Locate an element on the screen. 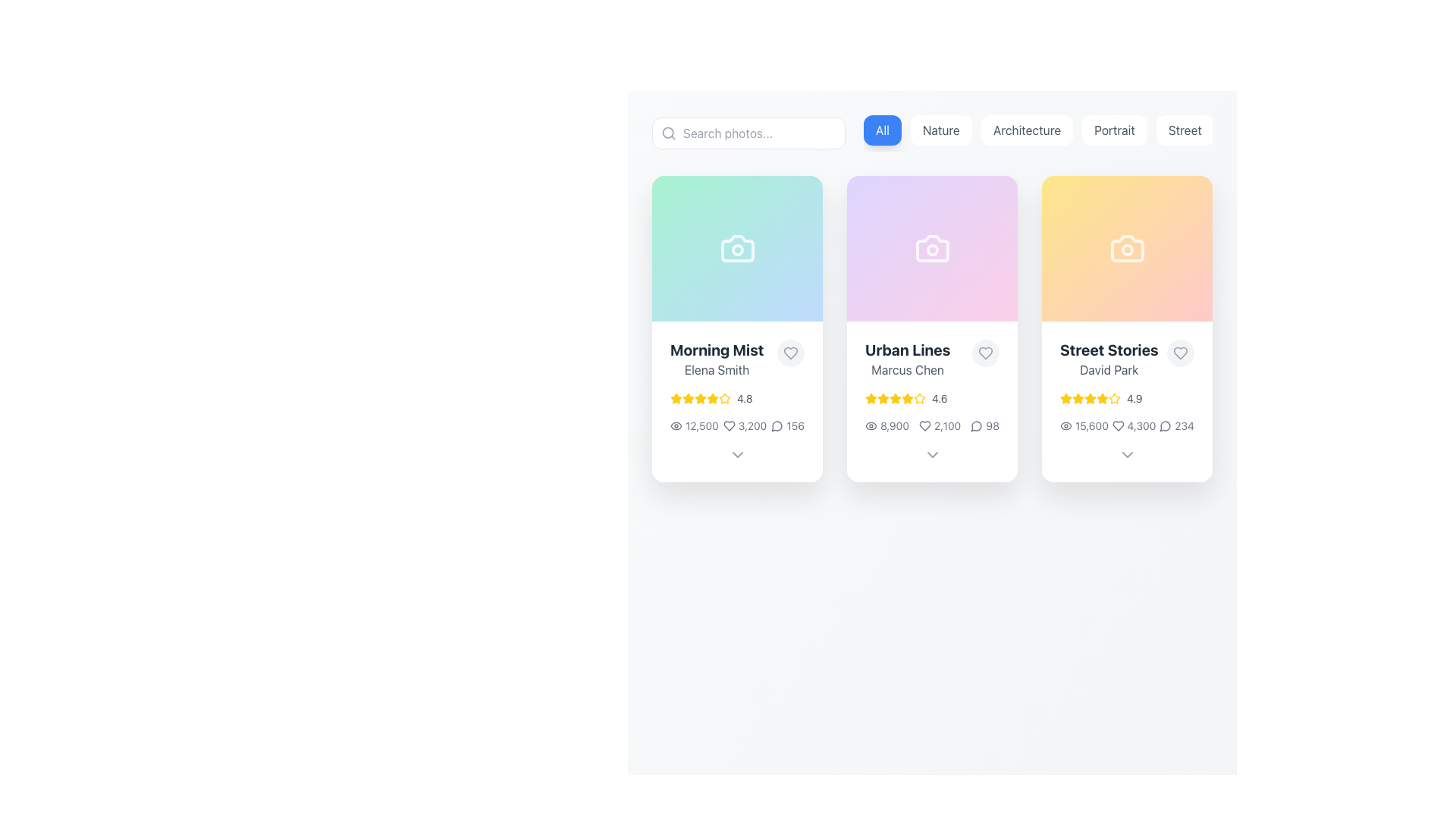  the numeric value '234' in the speech bubble icon text combination located in the bottom-right corner of the 'Street Stories' card is located at coordinates (1176, 426).